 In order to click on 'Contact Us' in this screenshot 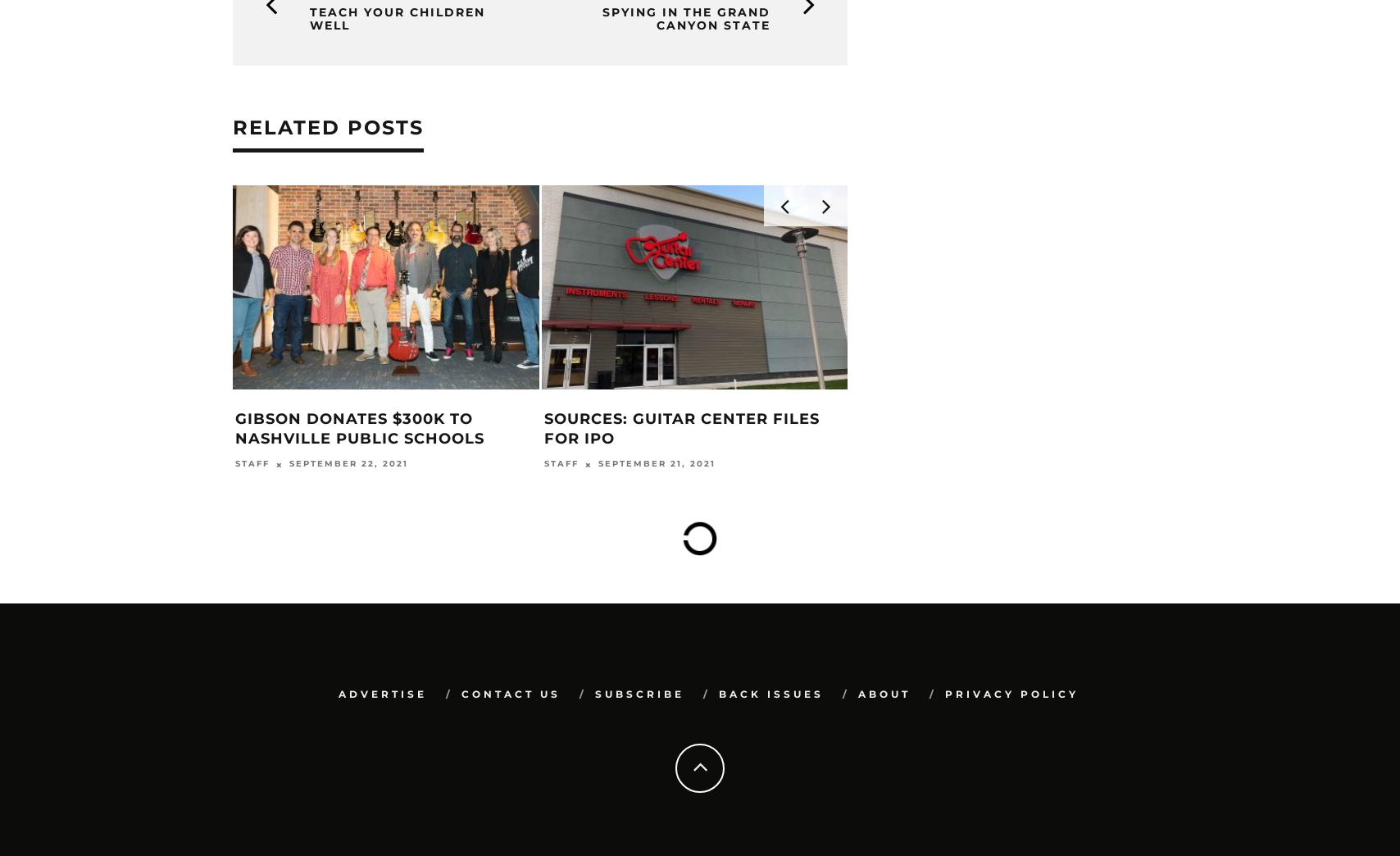, I will do `click(510, 692)`.